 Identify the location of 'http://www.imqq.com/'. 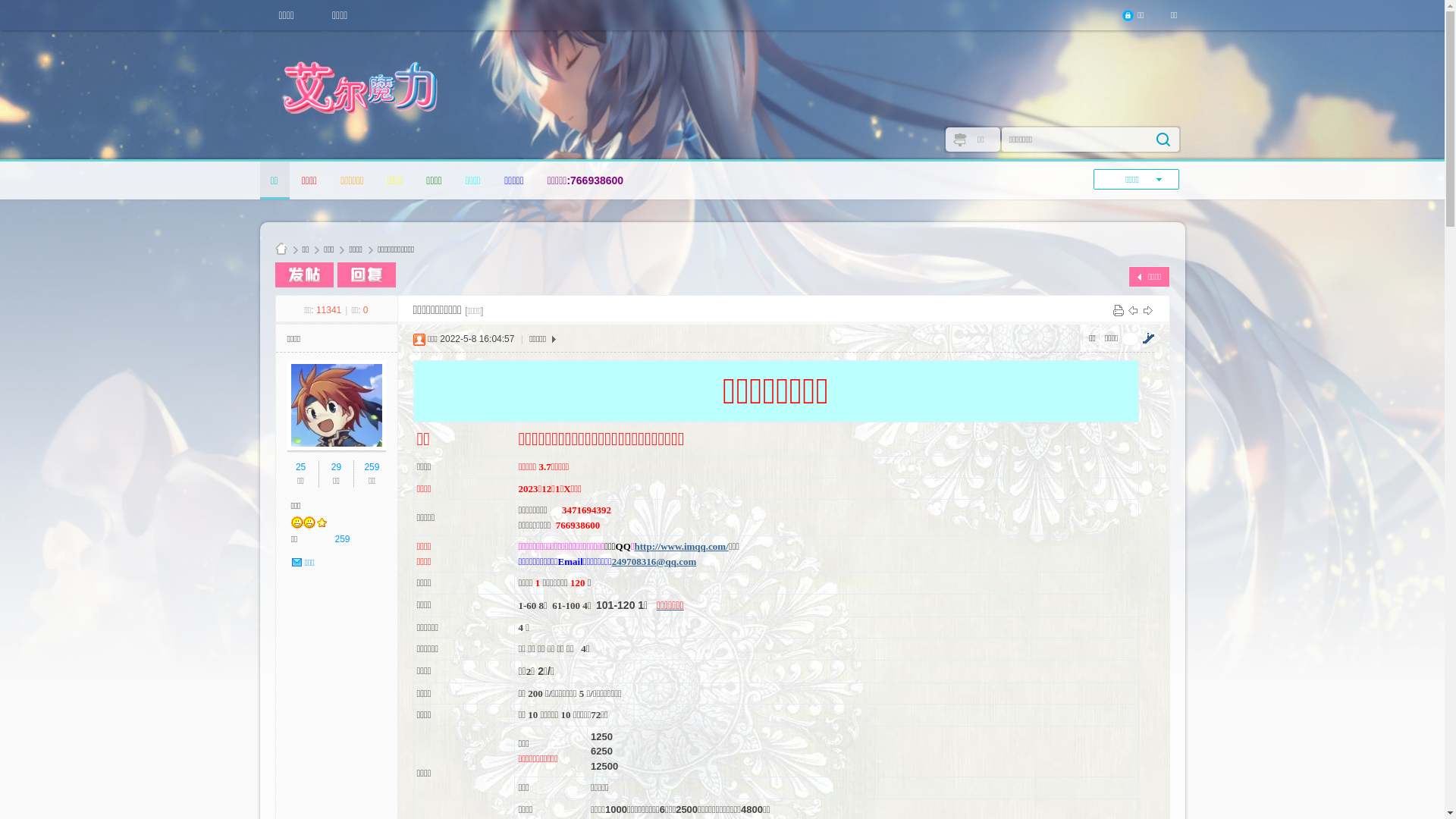
(680, 546).